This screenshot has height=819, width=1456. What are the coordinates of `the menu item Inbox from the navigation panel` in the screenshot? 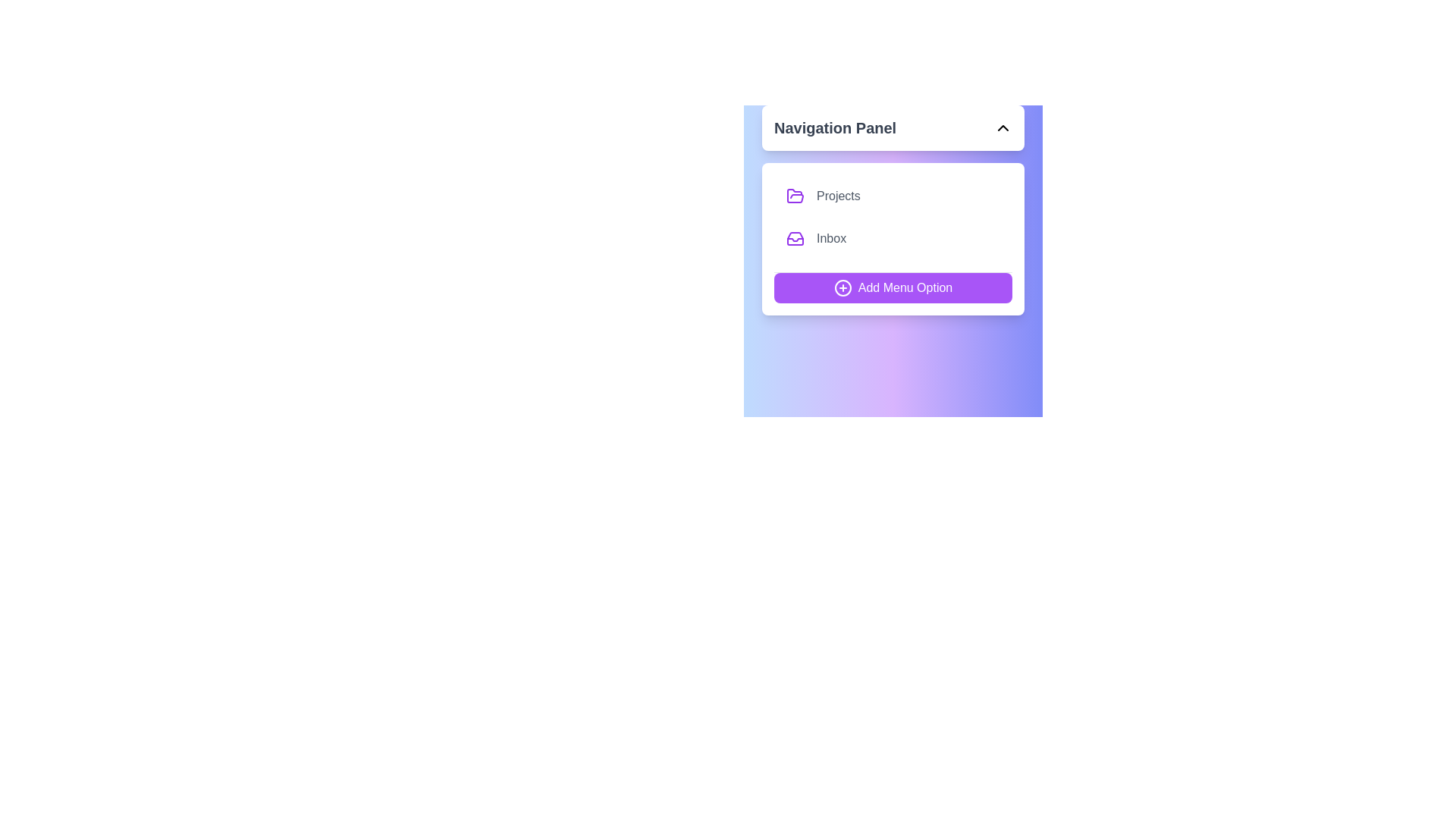 It's located at (893, 239).